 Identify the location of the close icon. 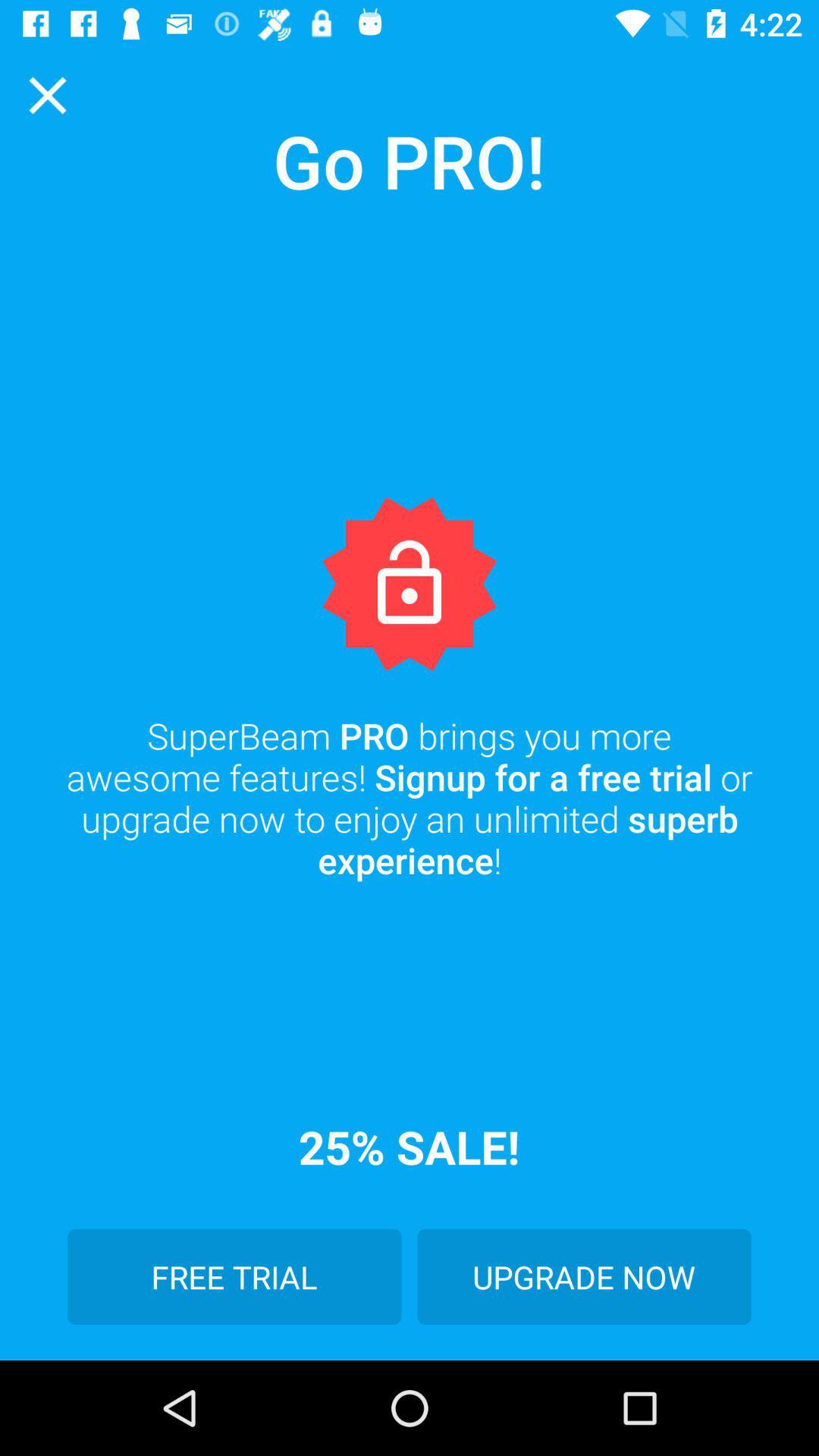
(46, 94).